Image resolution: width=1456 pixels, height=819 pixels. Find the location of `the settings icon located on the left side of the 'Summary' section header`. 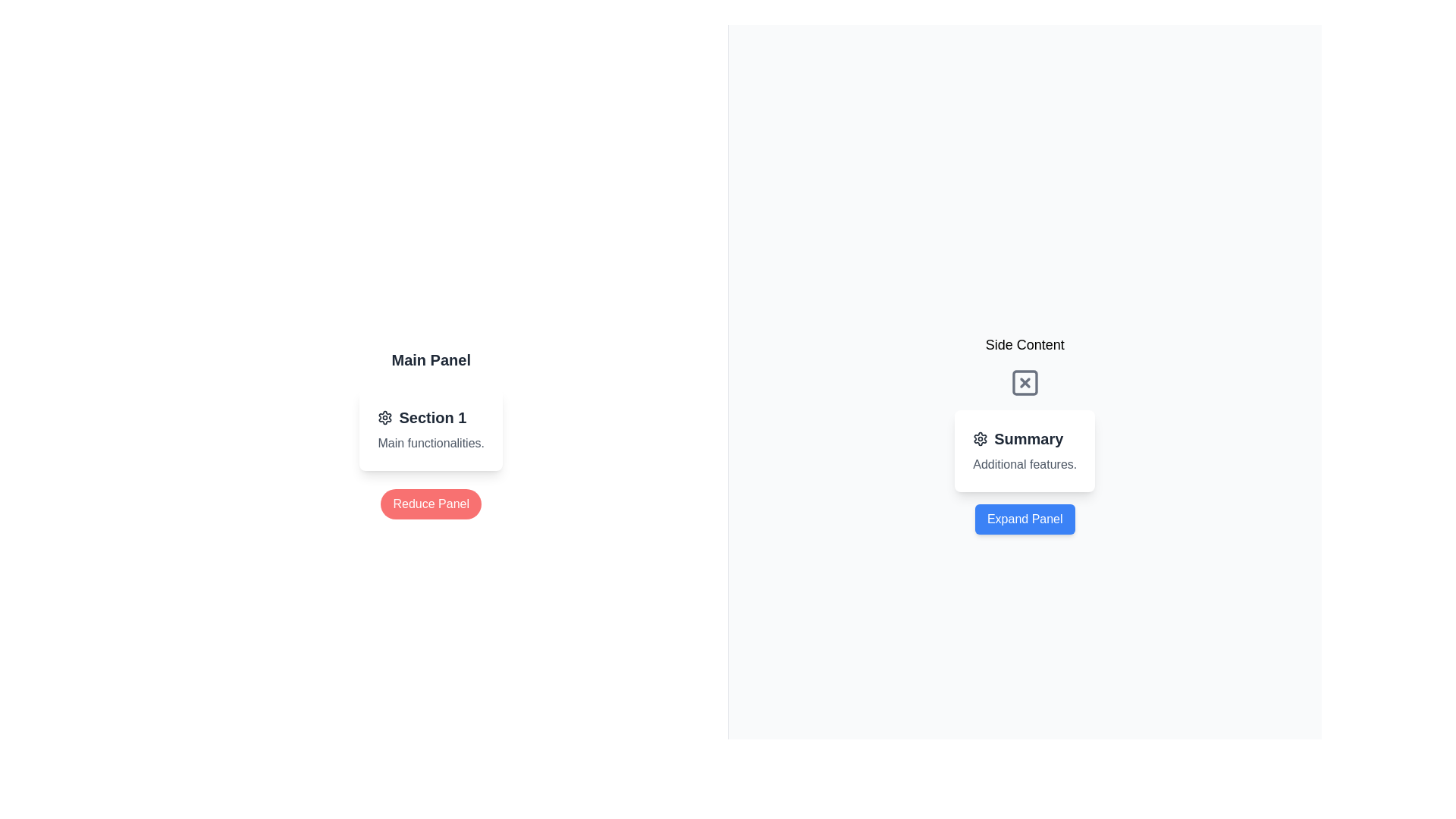

the settings icon located on the left side of the 'Summary' section header is located at coordinates (981, 438).